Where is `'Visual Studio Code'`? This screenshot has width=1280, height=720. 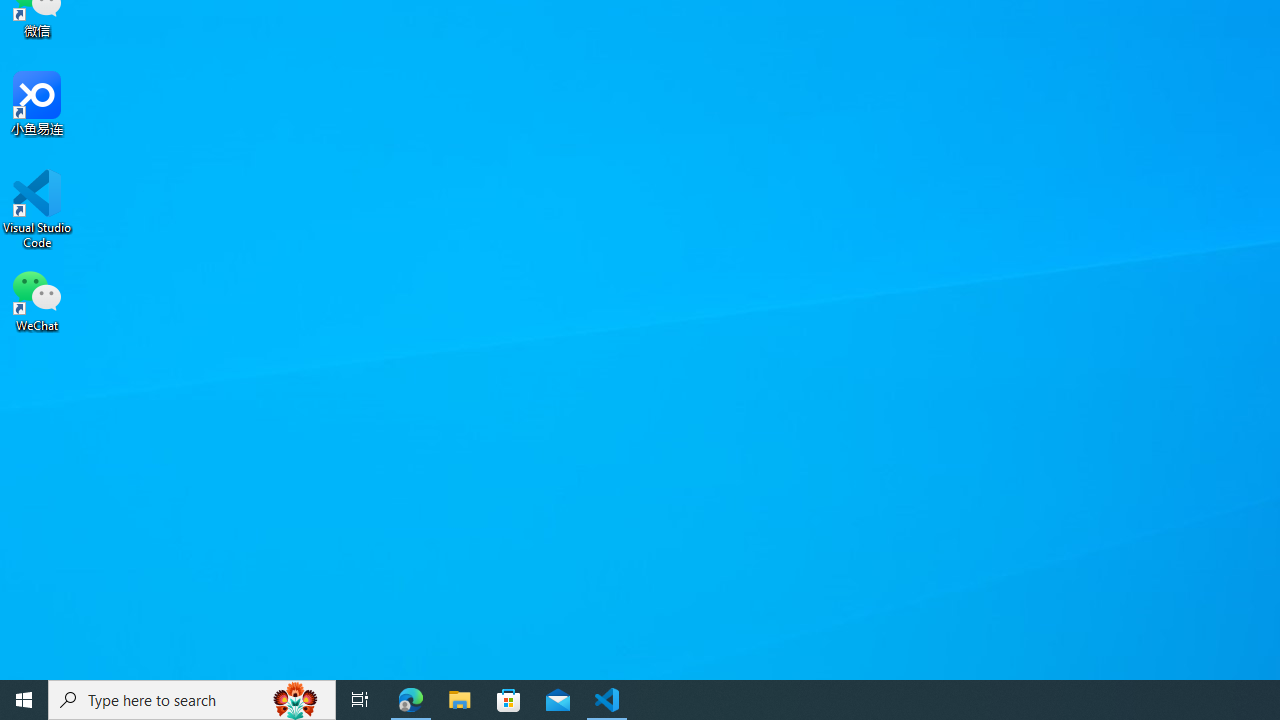 'Visual Studio Code' is located at coordinates (37, 209).